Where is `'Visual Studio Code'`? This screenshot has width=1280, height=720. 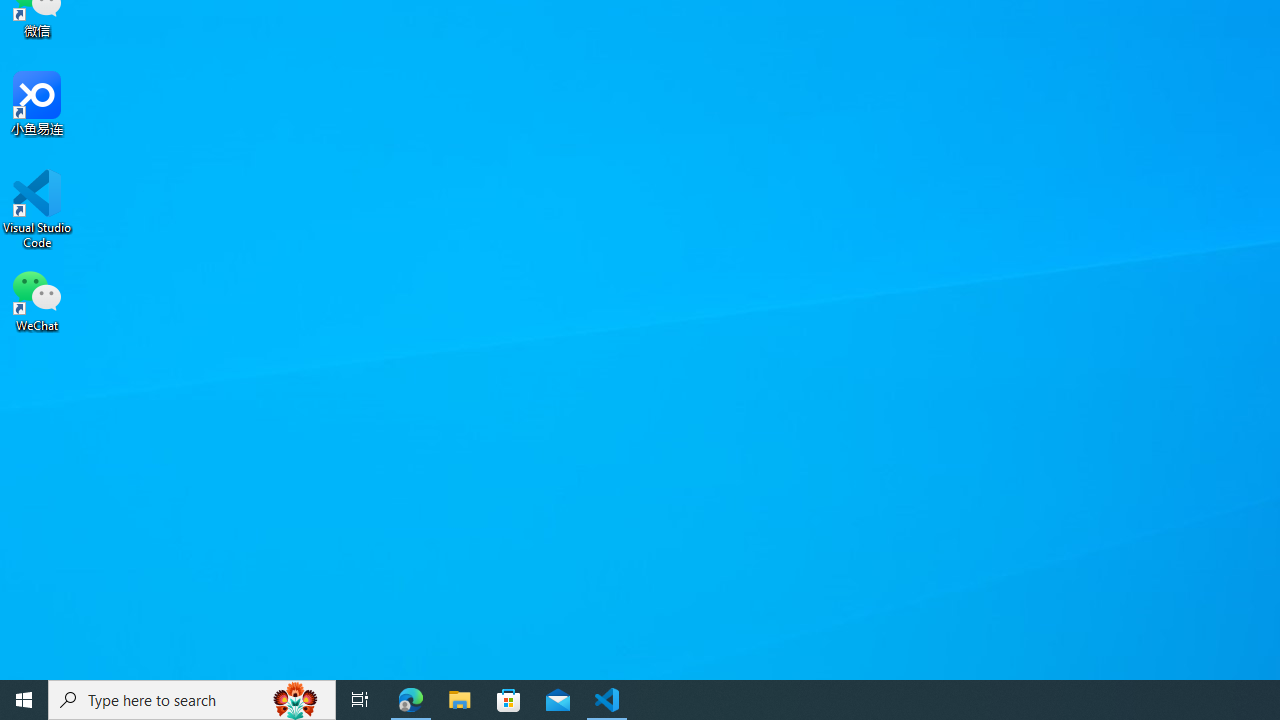 'Visual Studio Code' is located at coordinates (37, 209).